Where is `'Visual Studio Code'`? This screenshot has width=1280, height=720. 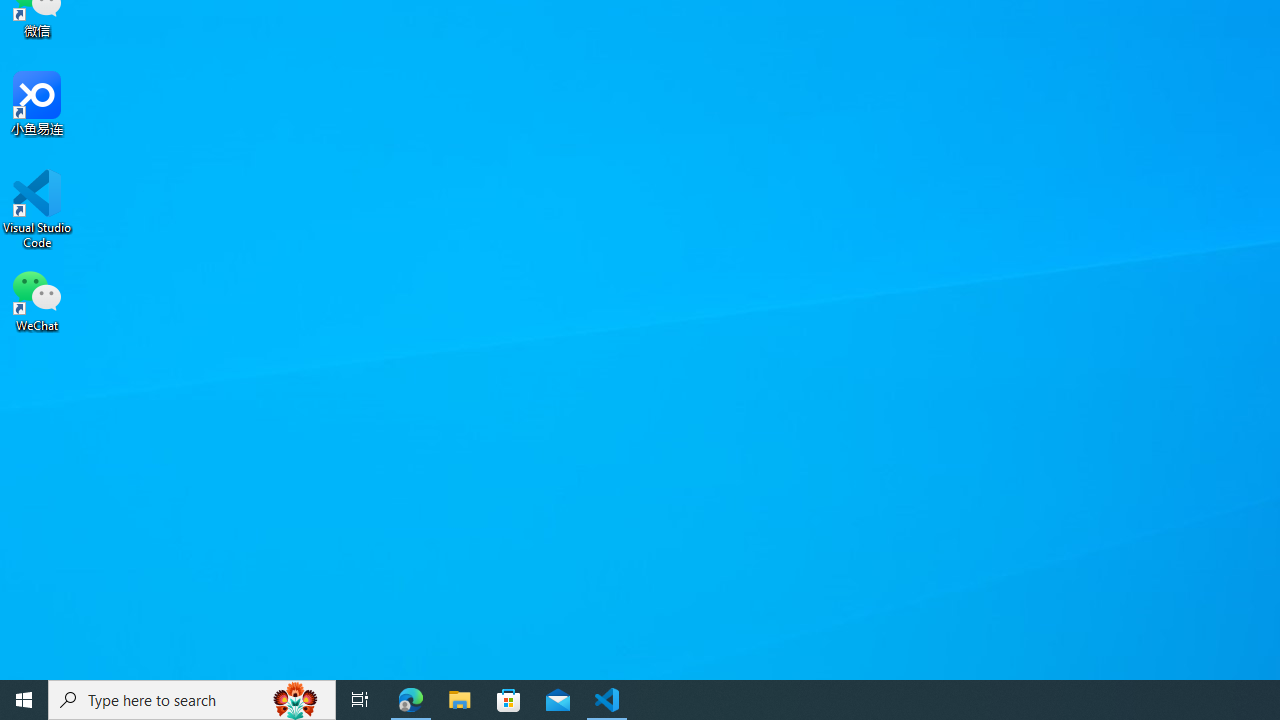 'Visual Studio Code' is located at coordinates (37, 209).